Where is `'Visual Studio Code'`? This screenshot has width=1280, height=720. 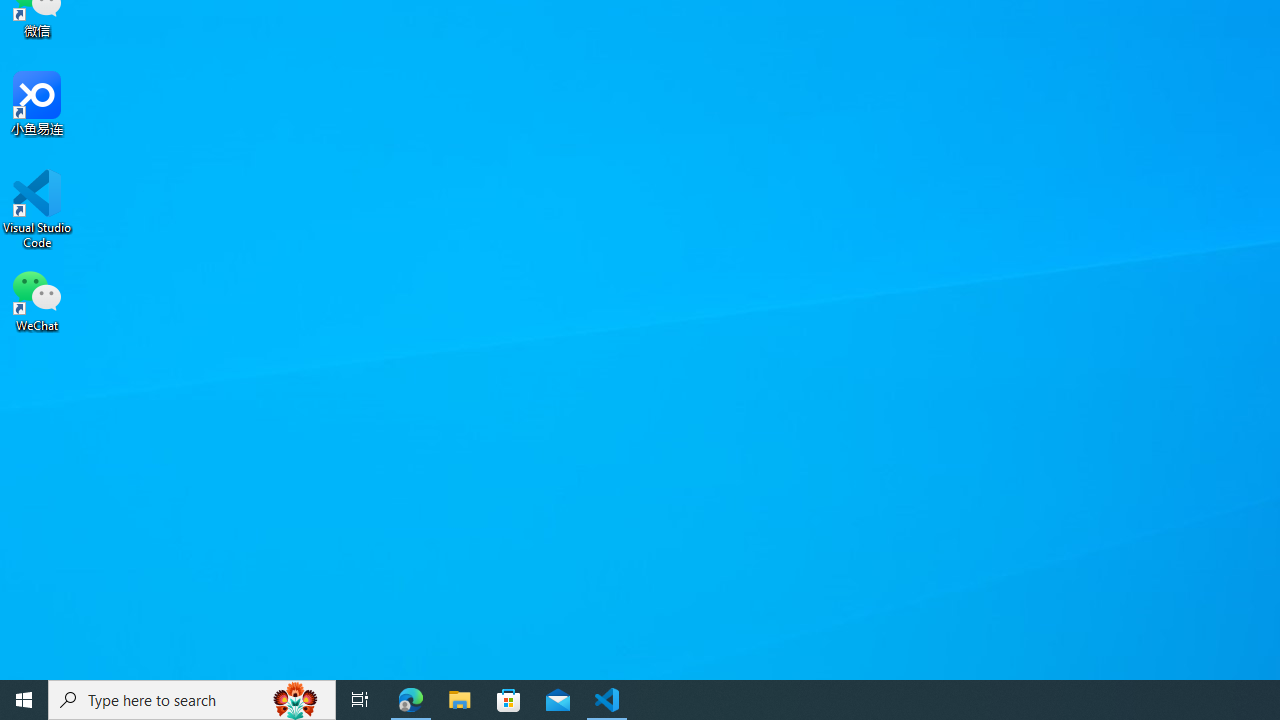 'Visual Studio Code' is located at coordinates (37, 209).